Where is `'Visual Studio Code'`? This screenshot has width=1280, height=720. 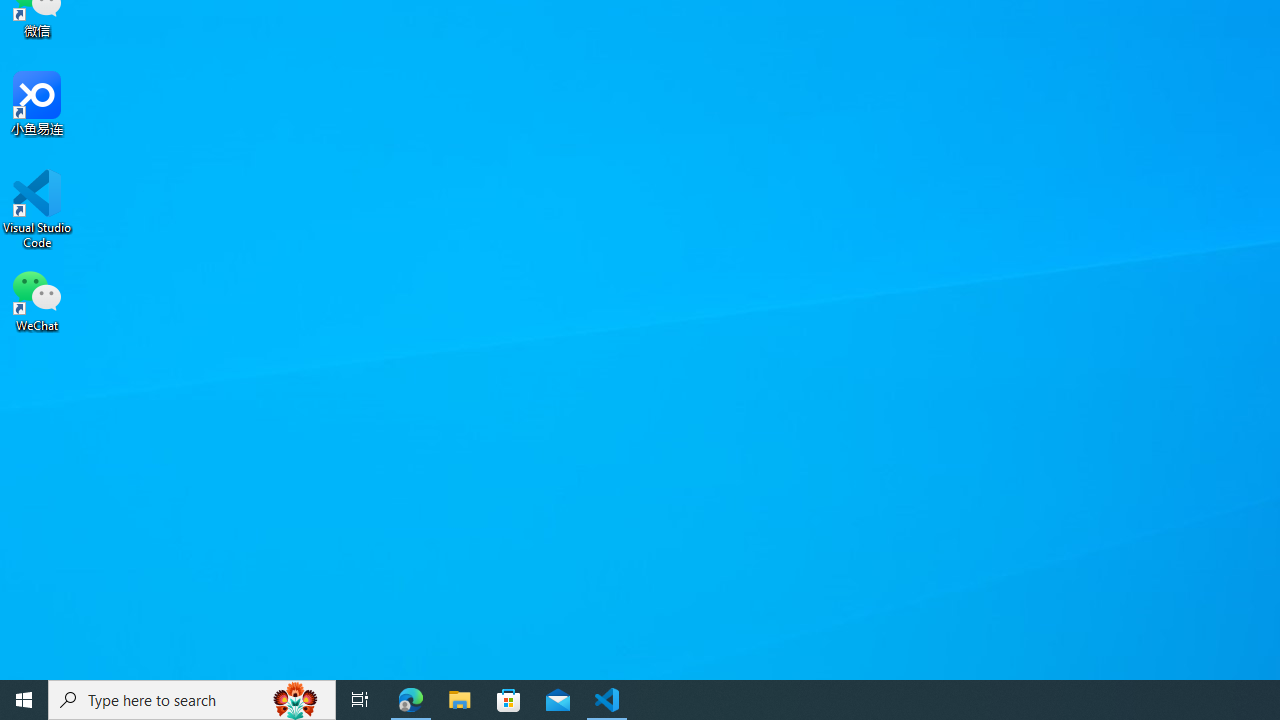 'Visual Studio Code' is located at coordinates (37, 209).